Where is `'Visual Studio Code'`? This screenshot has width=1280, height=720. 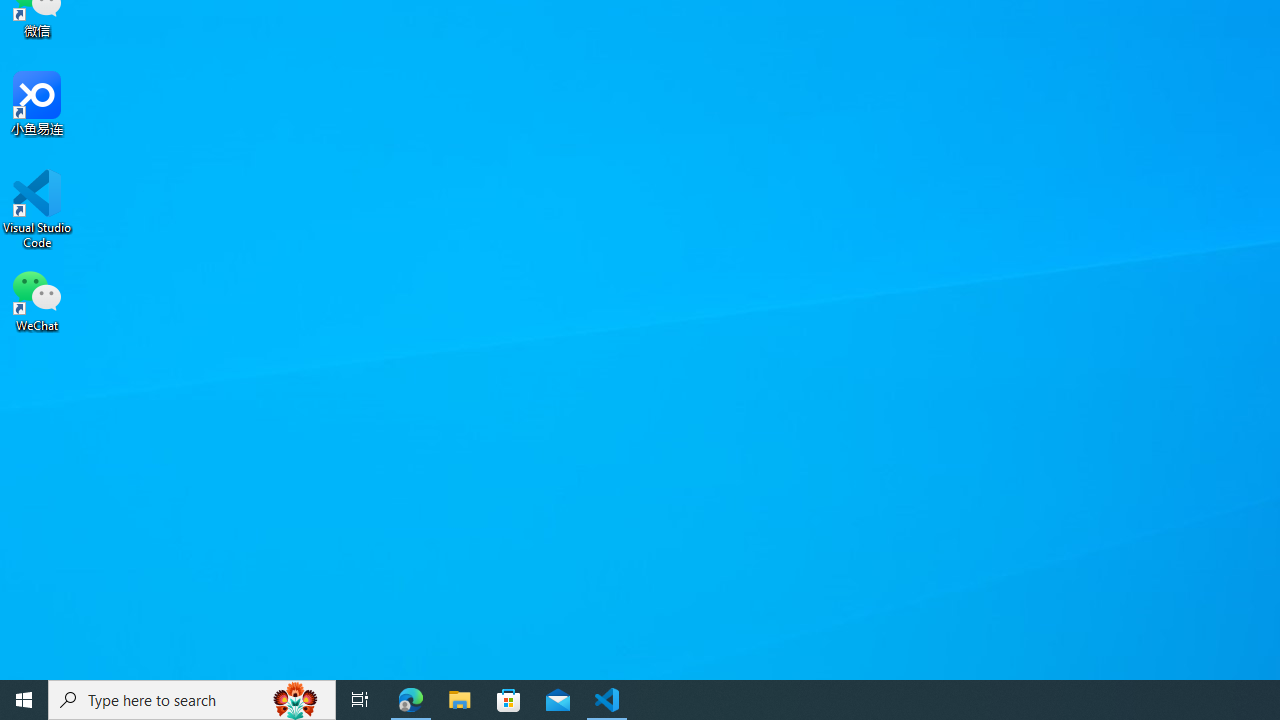 'Visual Studio Code' is located at coordinates (37, 209).